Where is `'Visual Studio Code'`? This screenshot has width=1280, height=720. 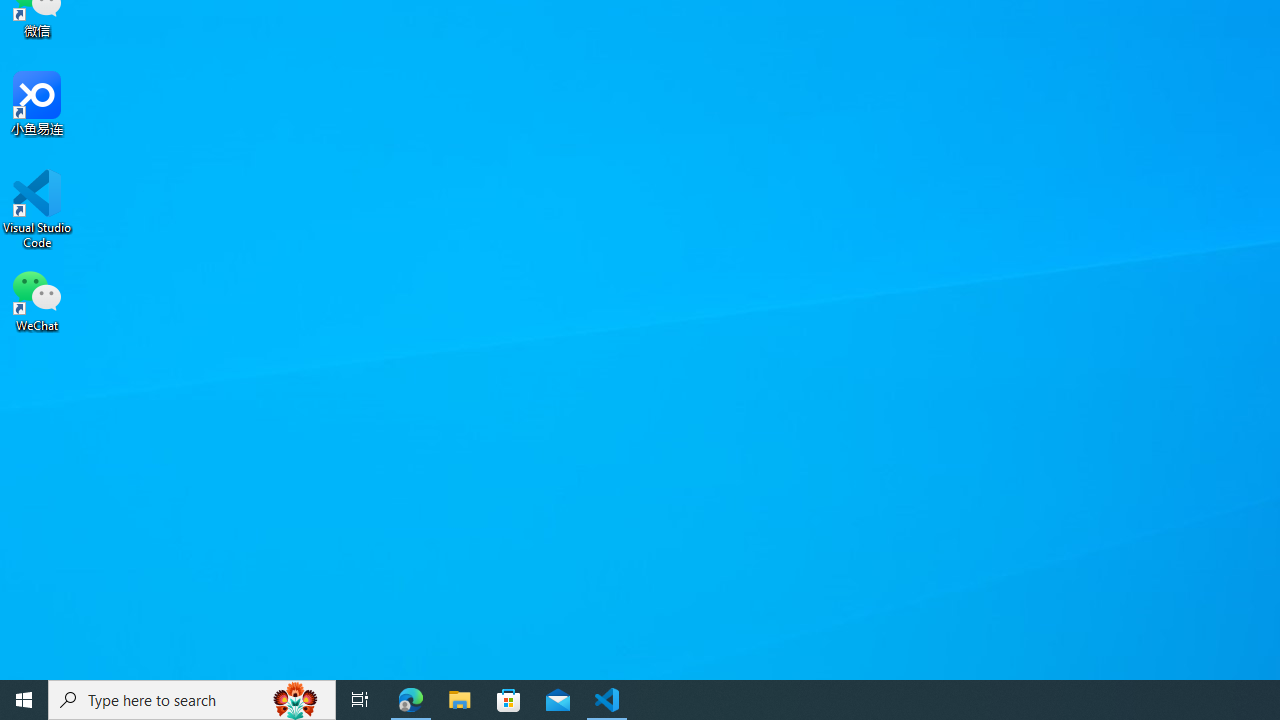 'Visual Studio Code' is located at coordinates (37, 209).